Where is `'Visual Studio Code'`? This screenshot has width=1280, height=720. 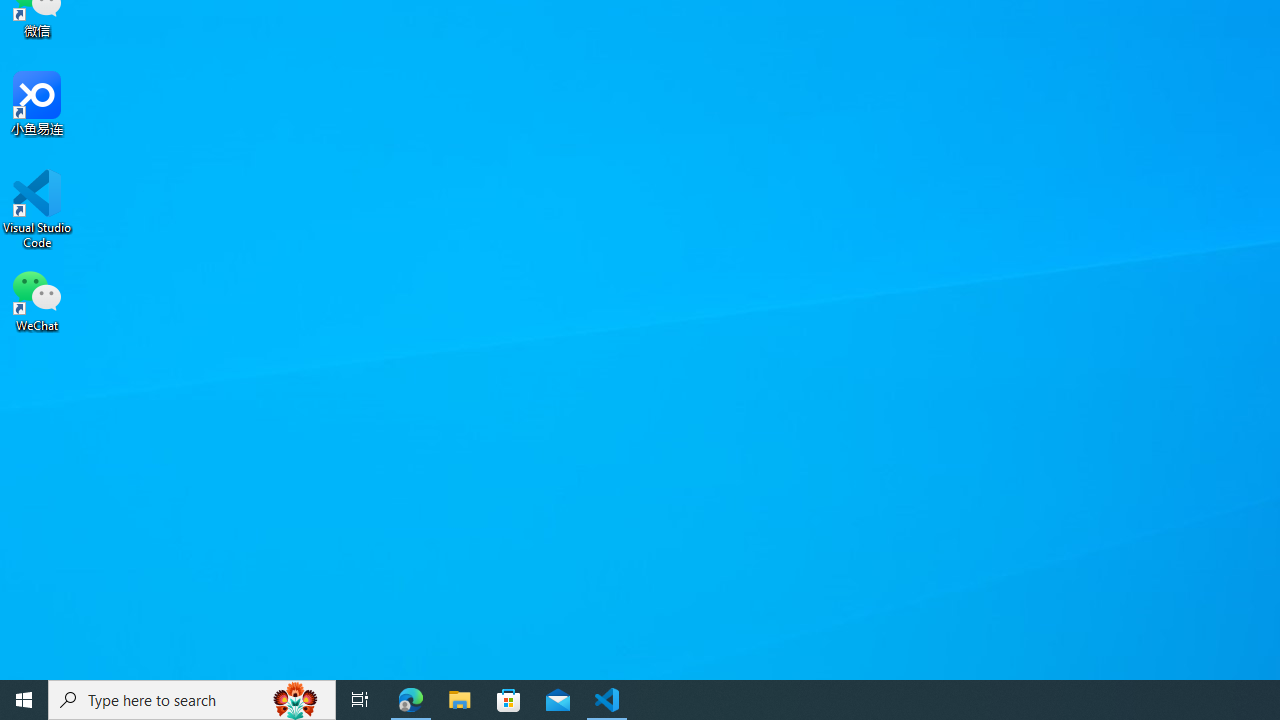 'Visual Studio Code' is located at coordinates (37, 209).